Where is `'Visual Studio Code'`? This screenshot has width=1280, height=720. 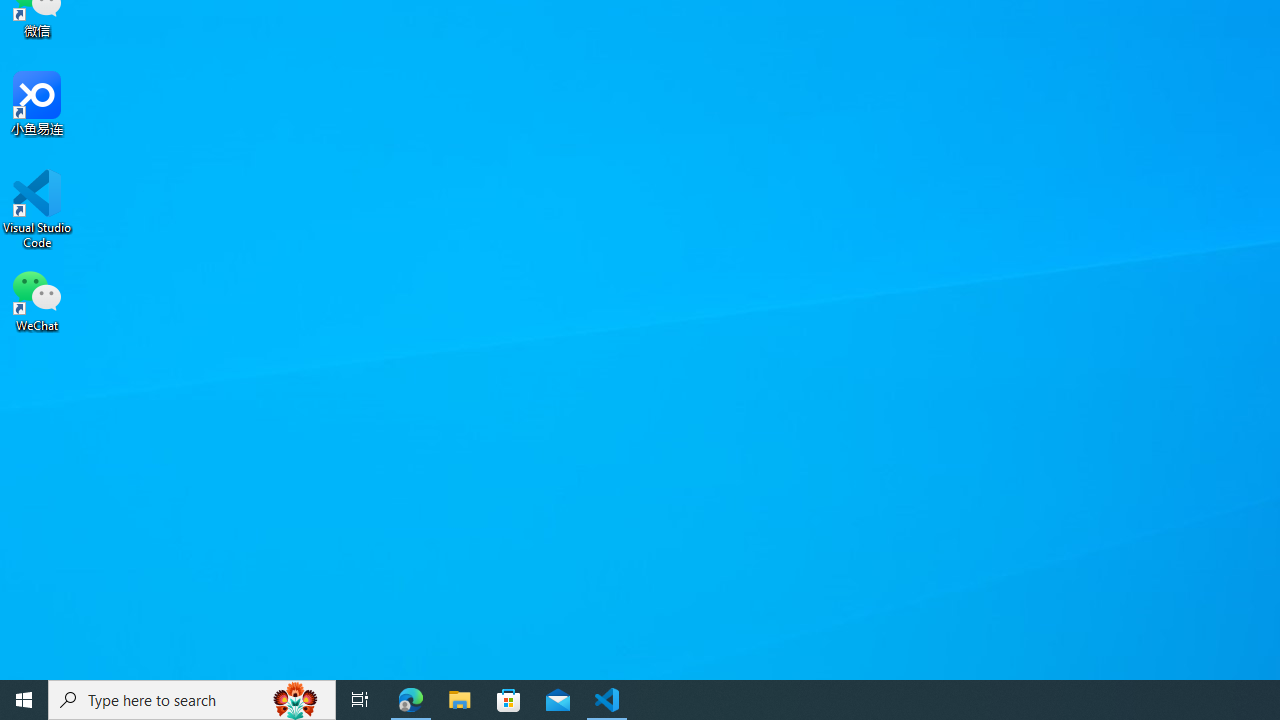 'Visual Studio Code' is located at coordinates (37, 209).